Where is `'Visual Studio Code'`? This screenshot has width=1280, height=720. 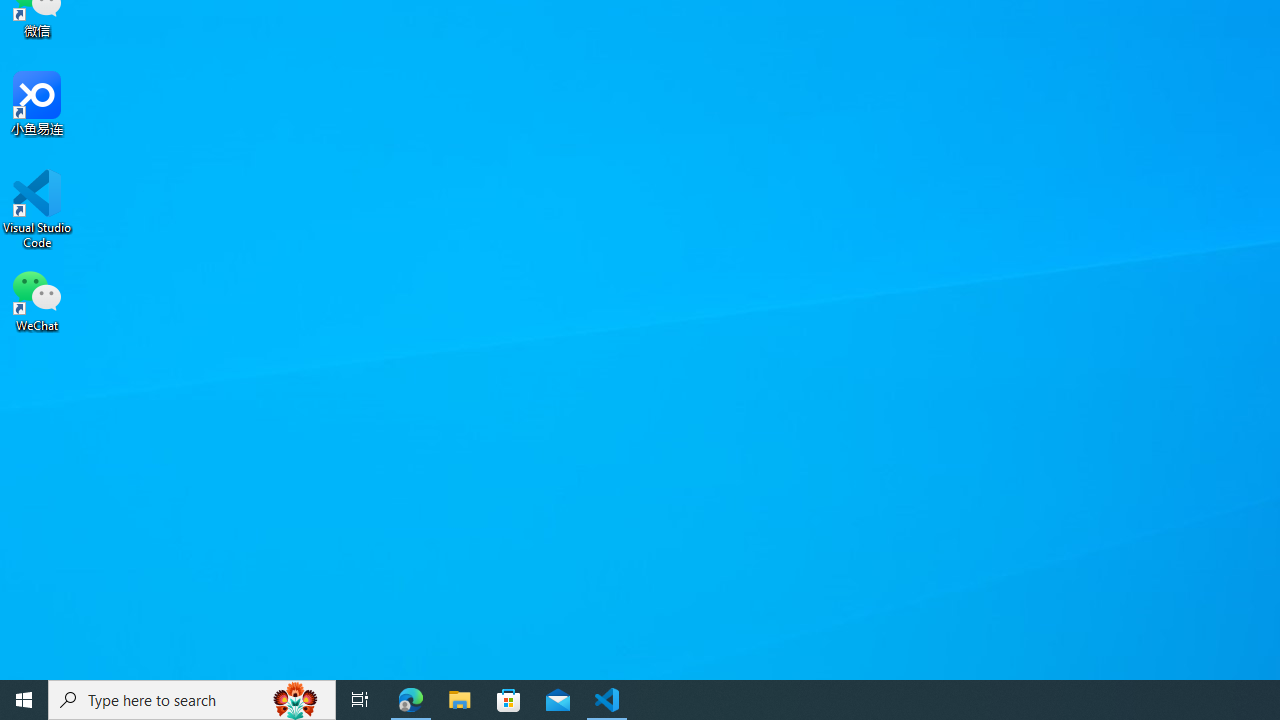 'Visual Studio Code' is located at coordinates (37, 209).